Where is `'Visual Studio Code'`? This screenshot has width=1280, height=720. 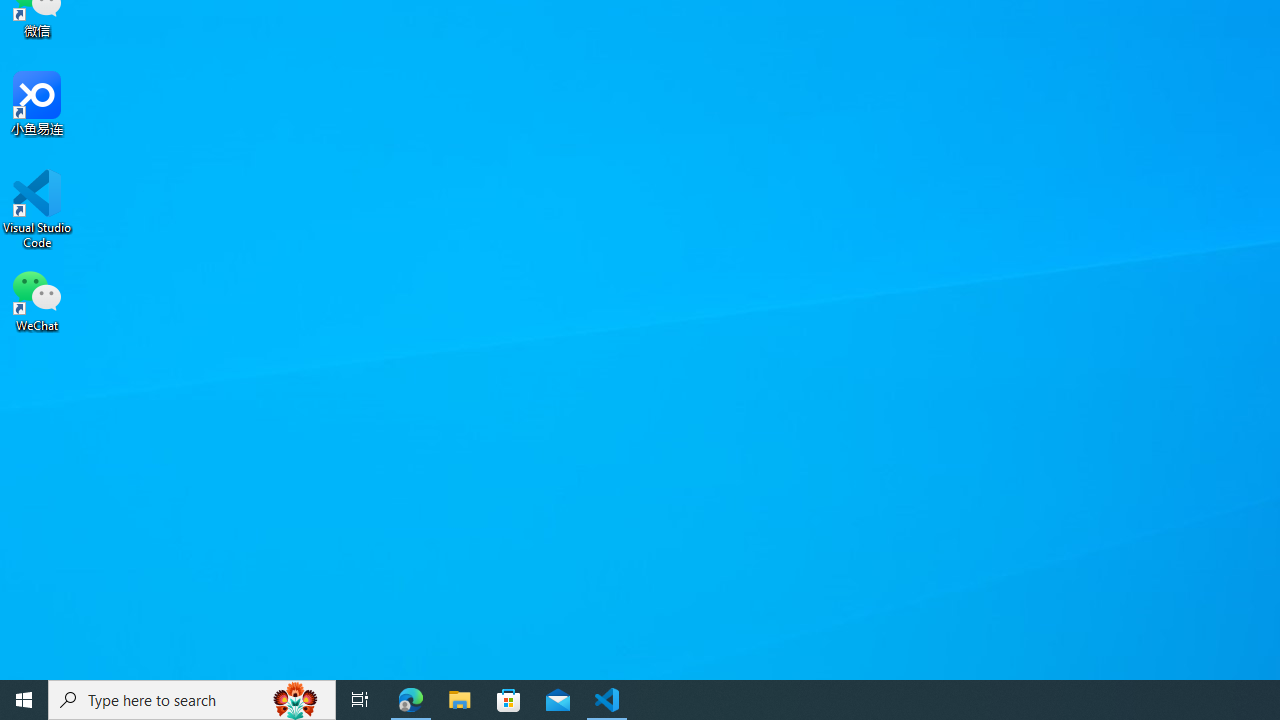 'Visual Studio Code' is located at coordinates (37, 209).